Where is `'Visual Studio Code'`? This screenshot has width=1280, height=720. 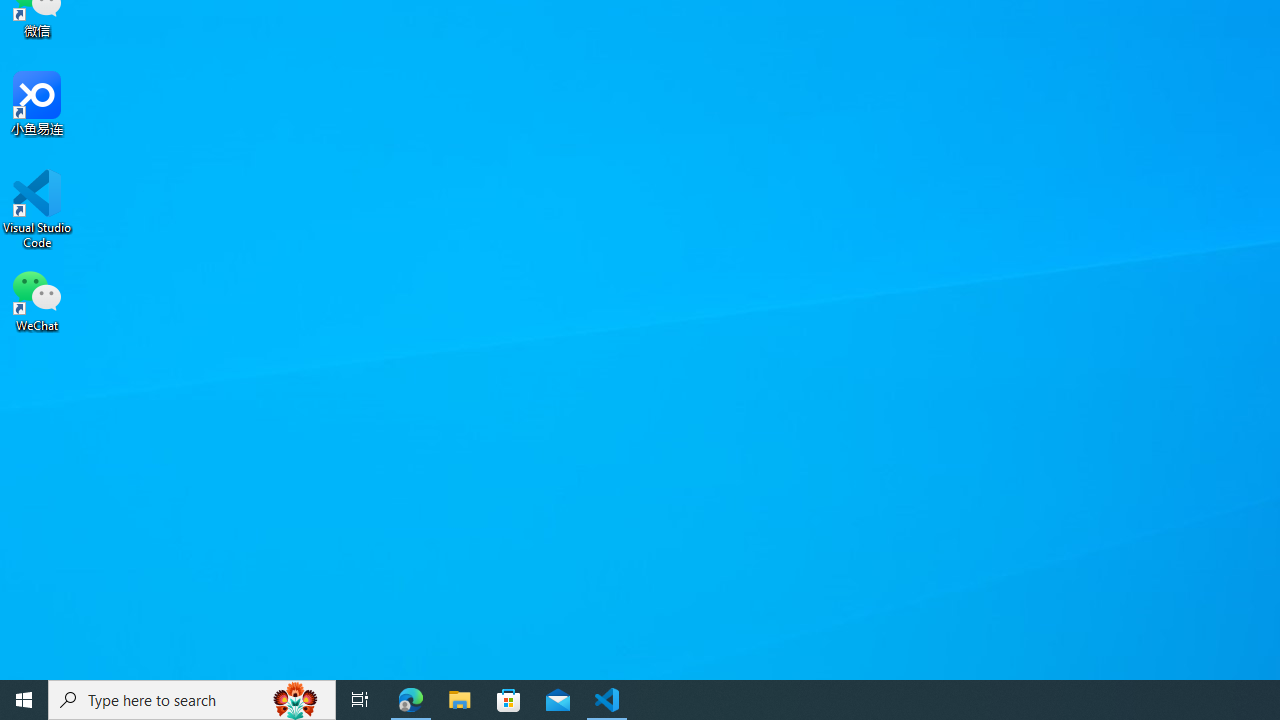 'Visual Studio Code' is located at coordinates (37, 209).